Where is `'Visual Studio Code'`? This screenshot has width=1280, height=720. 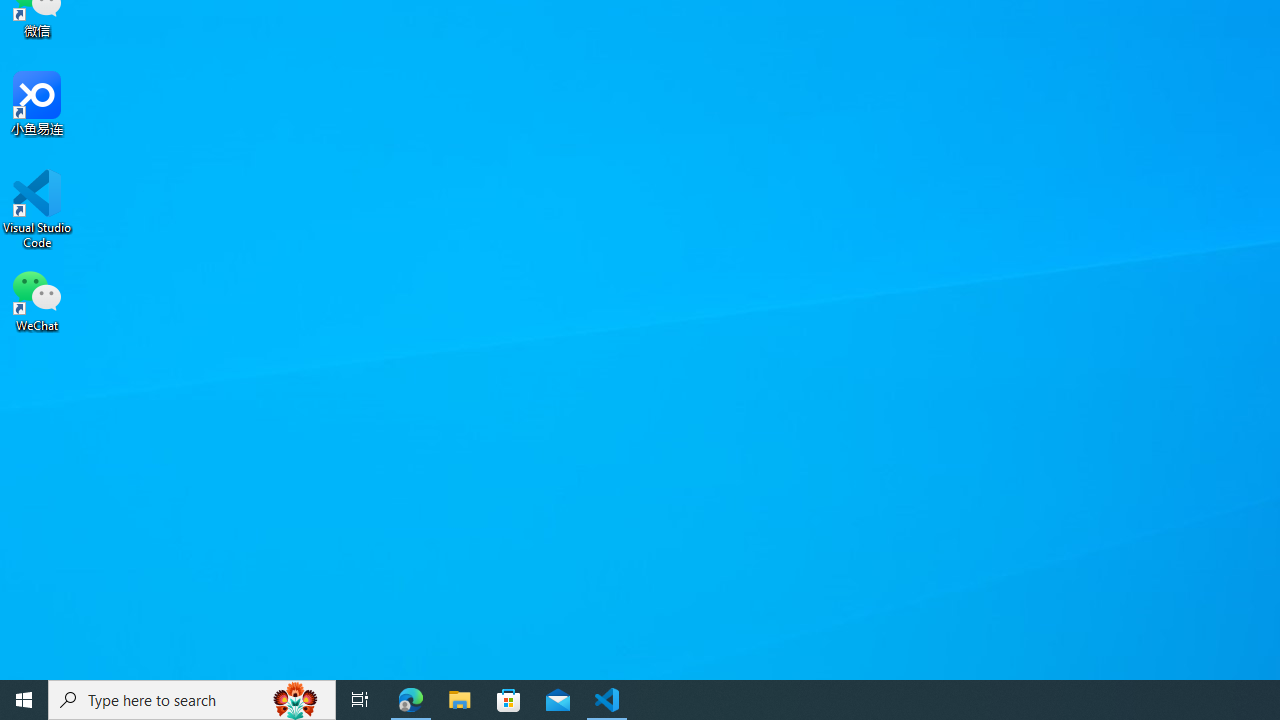 'Visual Studio Code' is located at coordinates (37, 209).